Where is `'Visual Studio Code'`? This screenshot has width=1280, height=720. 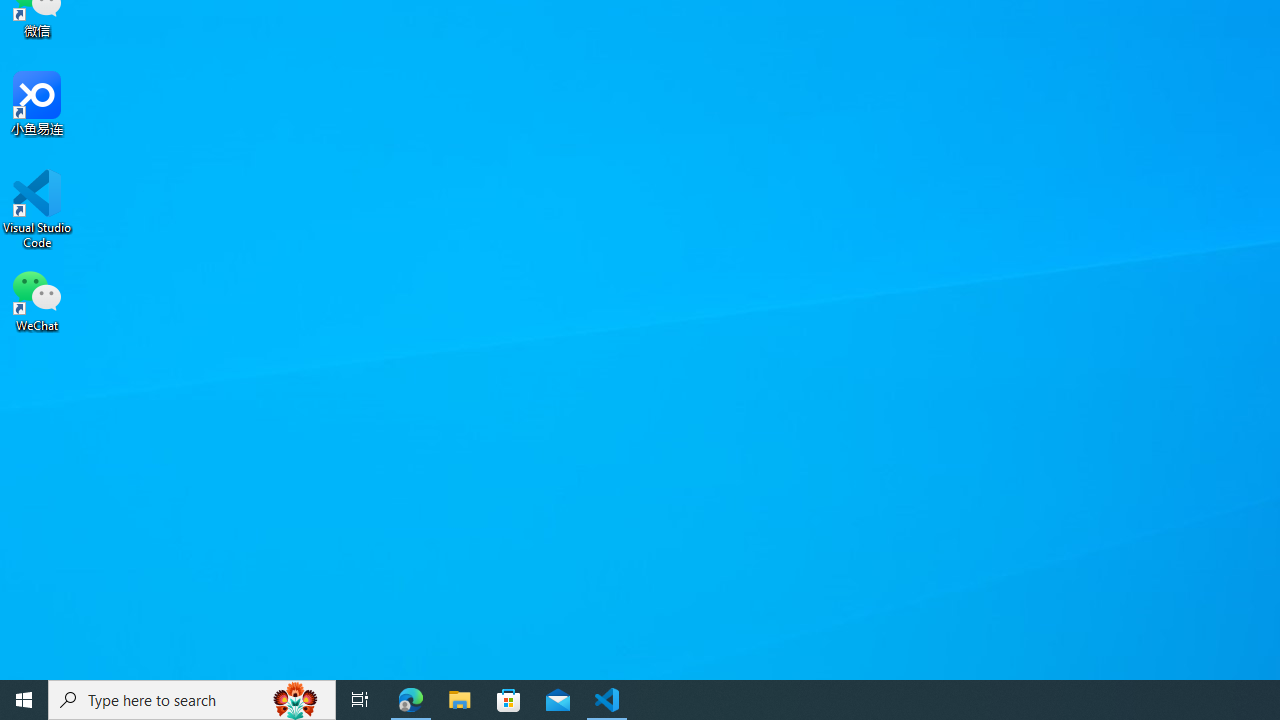 'Visual Studio Code' is located at coordinates (37, 209).